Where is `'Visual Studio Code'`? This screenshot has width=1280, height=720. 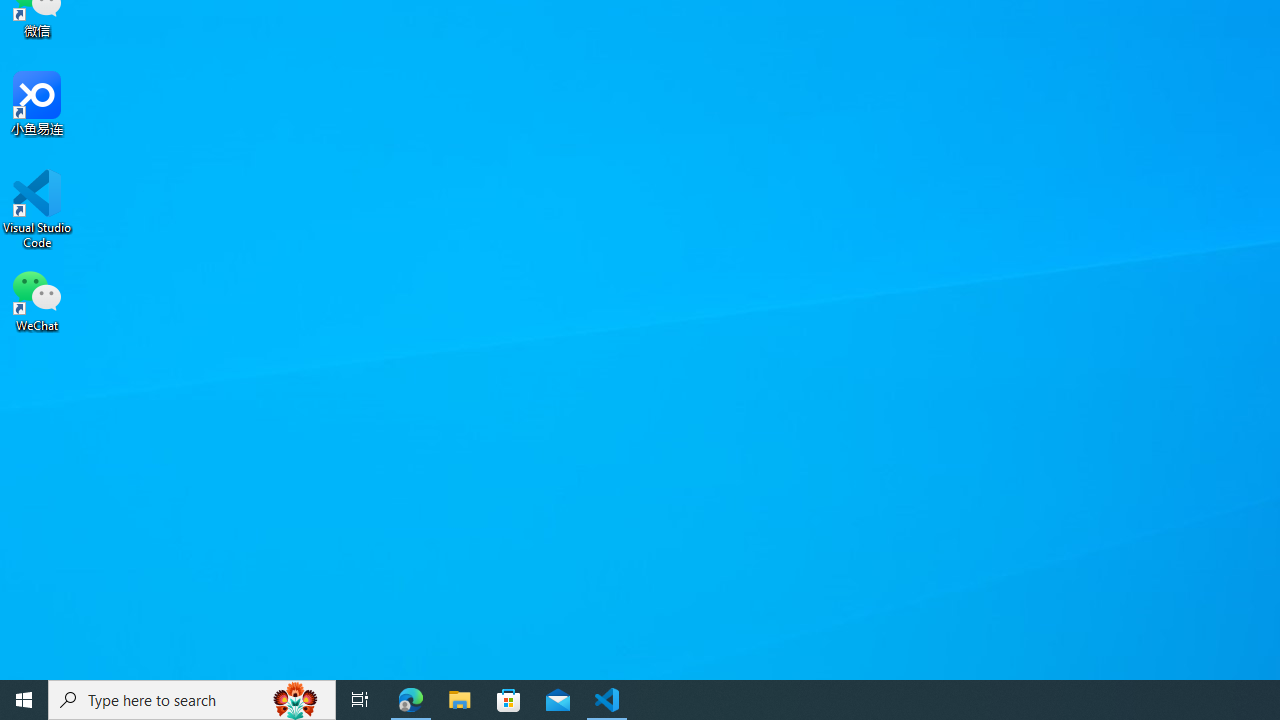 'Visual Studio Code' is located at coordinates (37, 209).